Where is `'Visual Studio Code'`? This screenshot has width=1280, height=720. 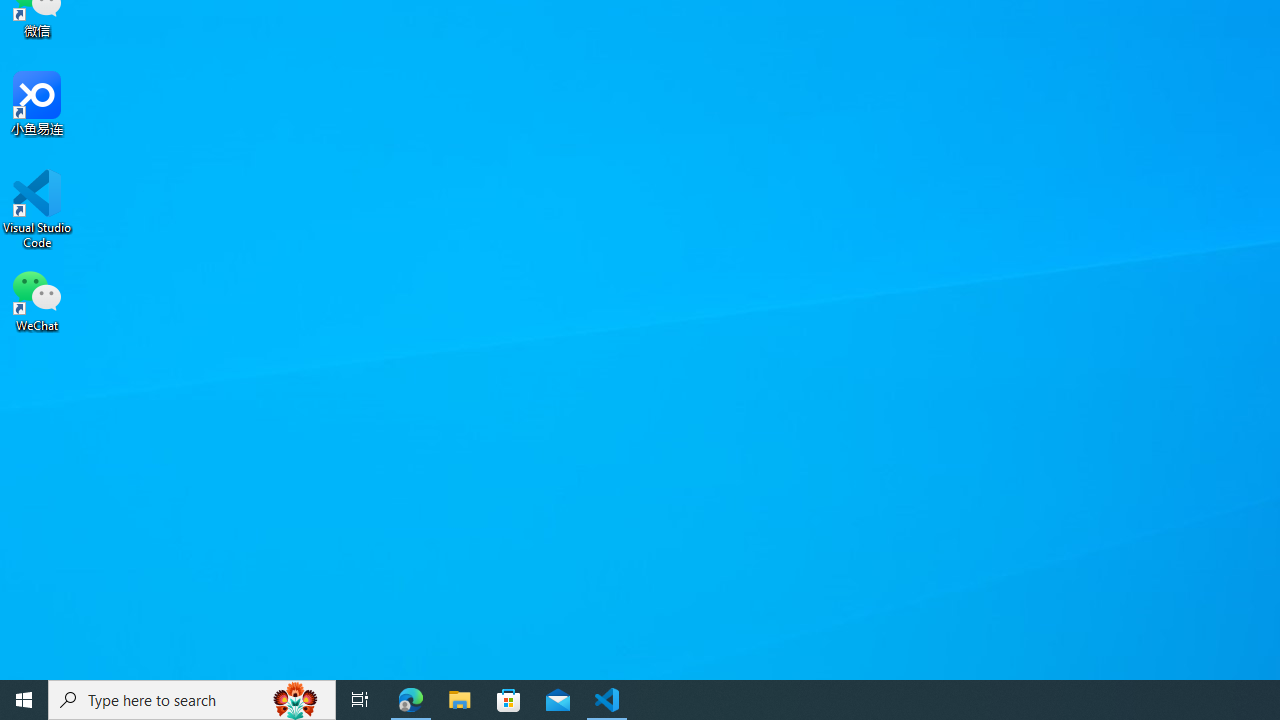 'Visual Studio Code' is located at coordinates (37, 209).